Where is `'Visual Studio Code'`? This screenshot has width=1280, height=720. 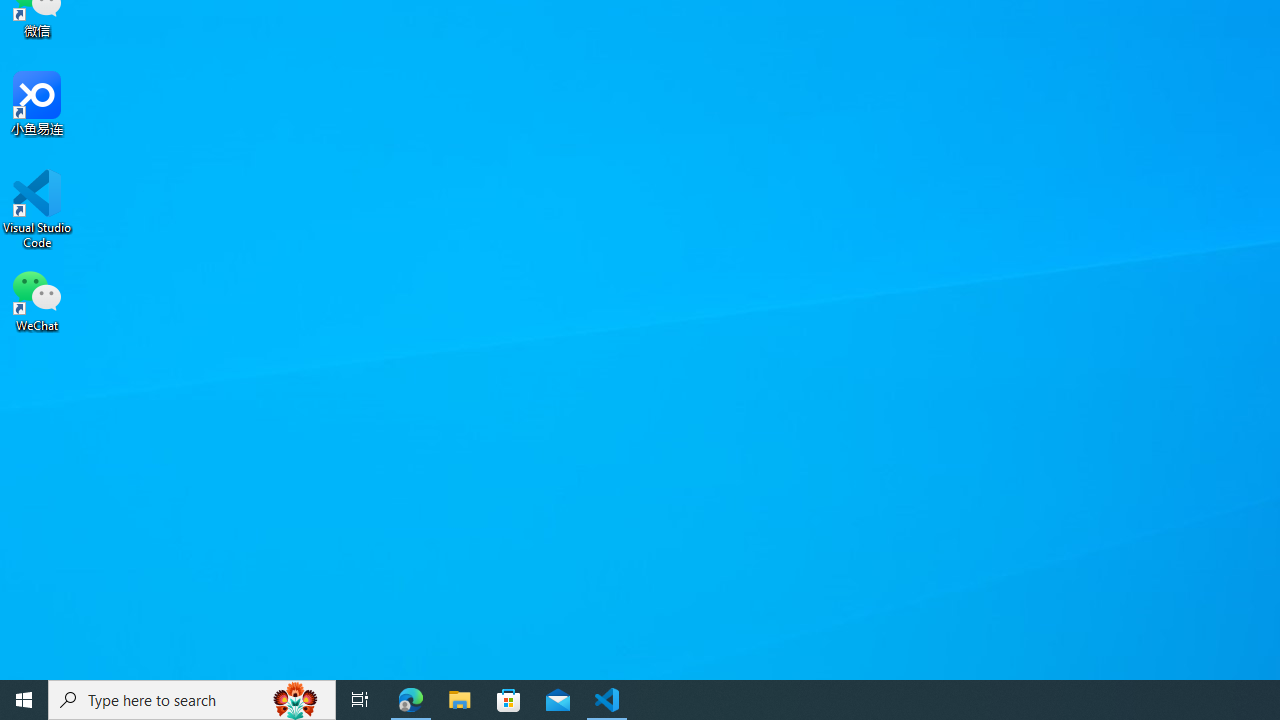 'Visual Studio Code' is located at coordinates (37, 209).